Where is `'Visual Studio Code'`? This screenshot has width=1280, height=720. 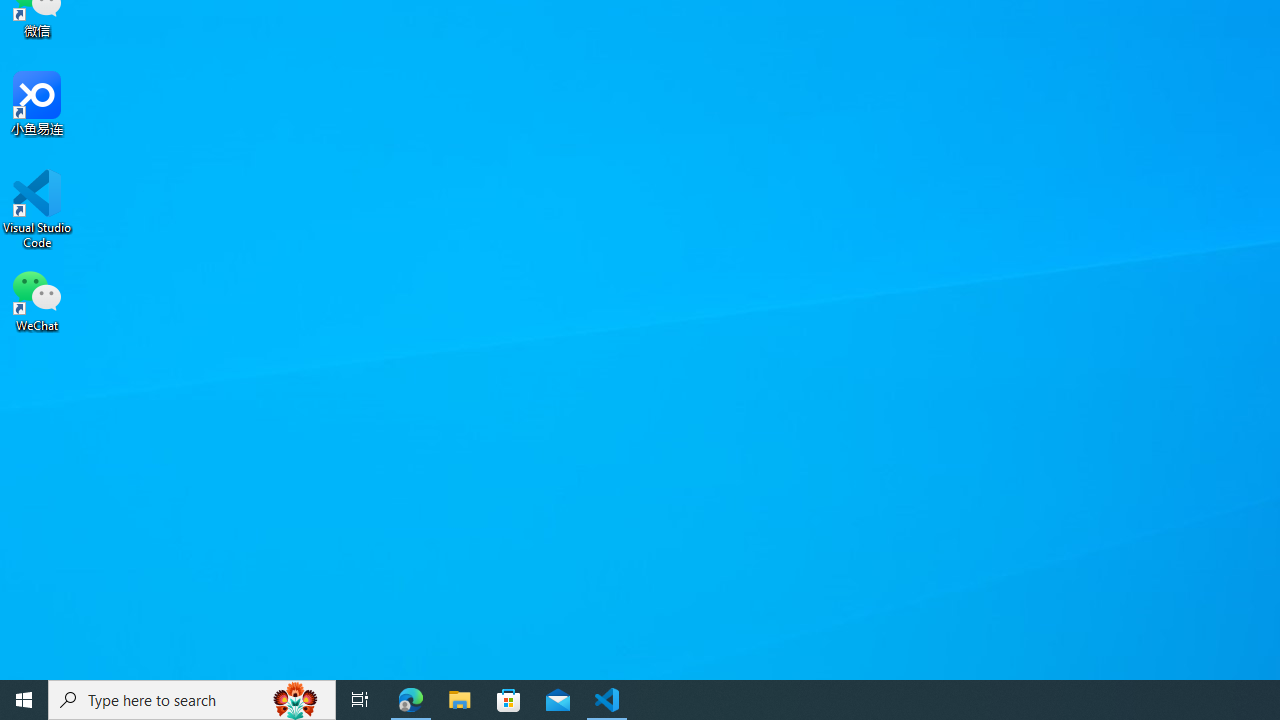 'Visual Studio Code' is located at coordinates (37, 209).